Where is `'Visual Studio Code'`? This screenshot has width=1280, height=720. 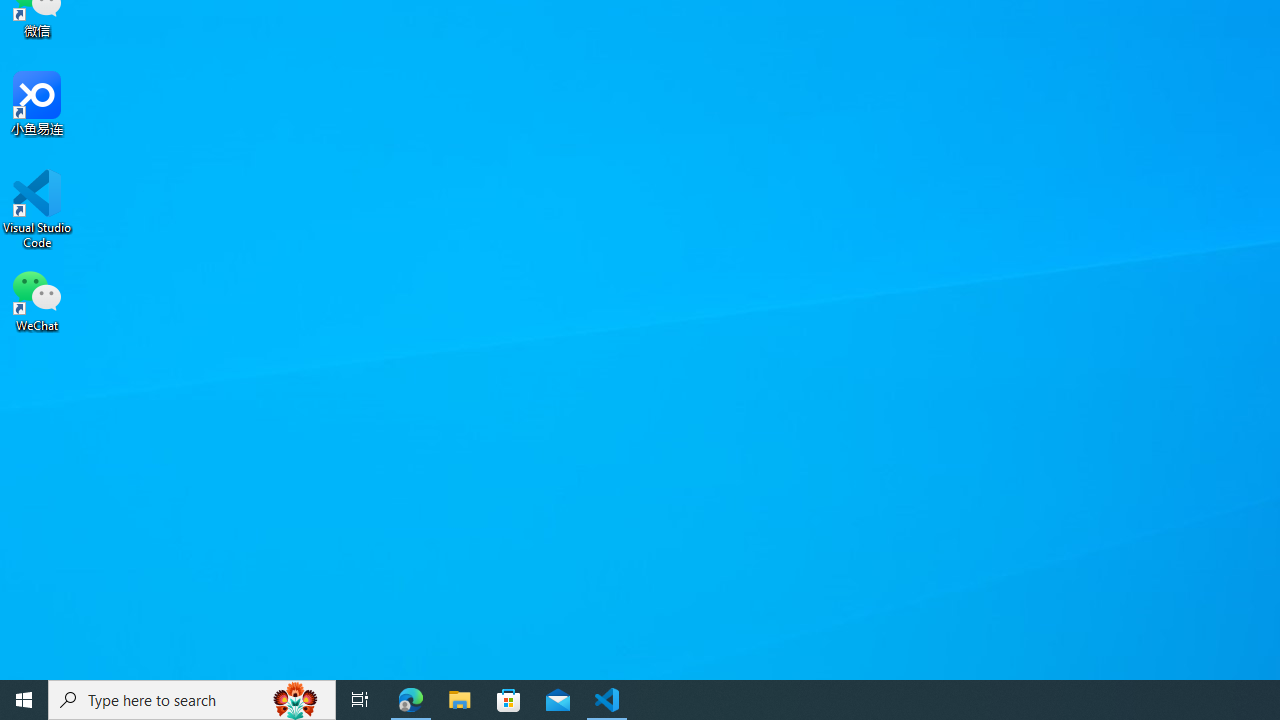 'Visual Studio Code' is located at coordinates (37, 209).